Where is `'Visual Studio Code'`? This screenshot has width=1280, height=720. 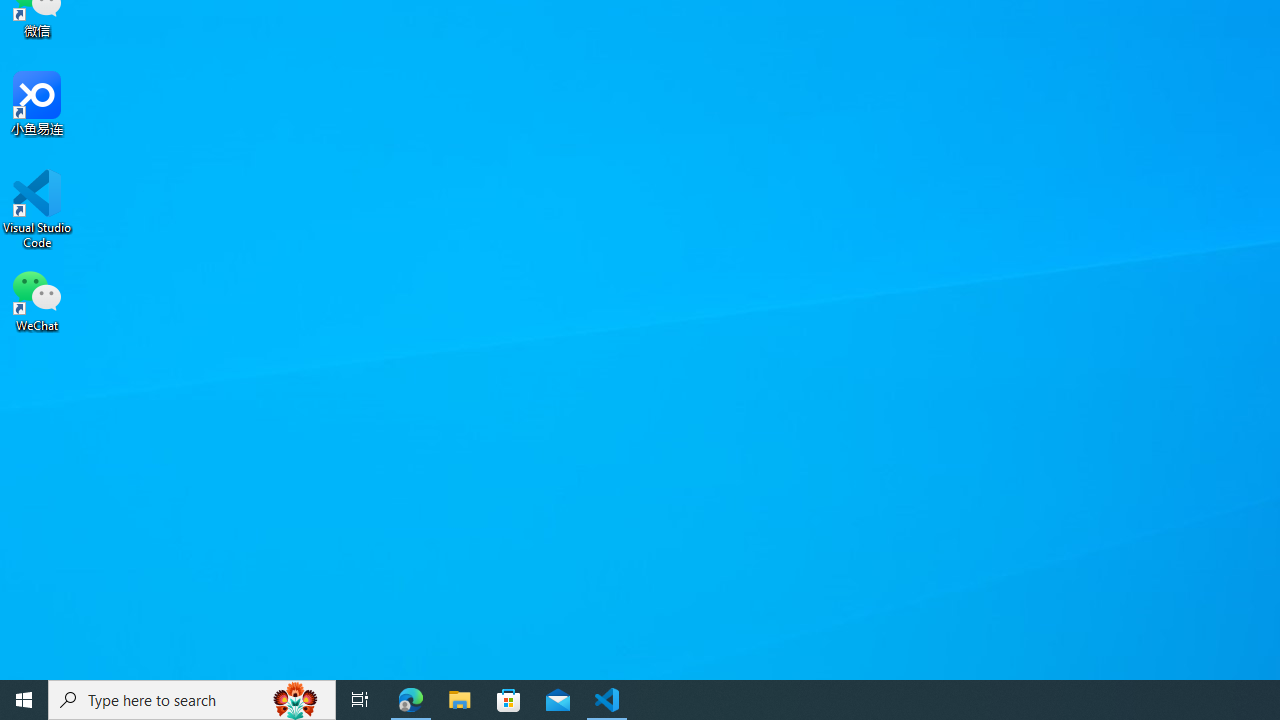 'Visual Studio Code' is located at coordinates (37, 209).